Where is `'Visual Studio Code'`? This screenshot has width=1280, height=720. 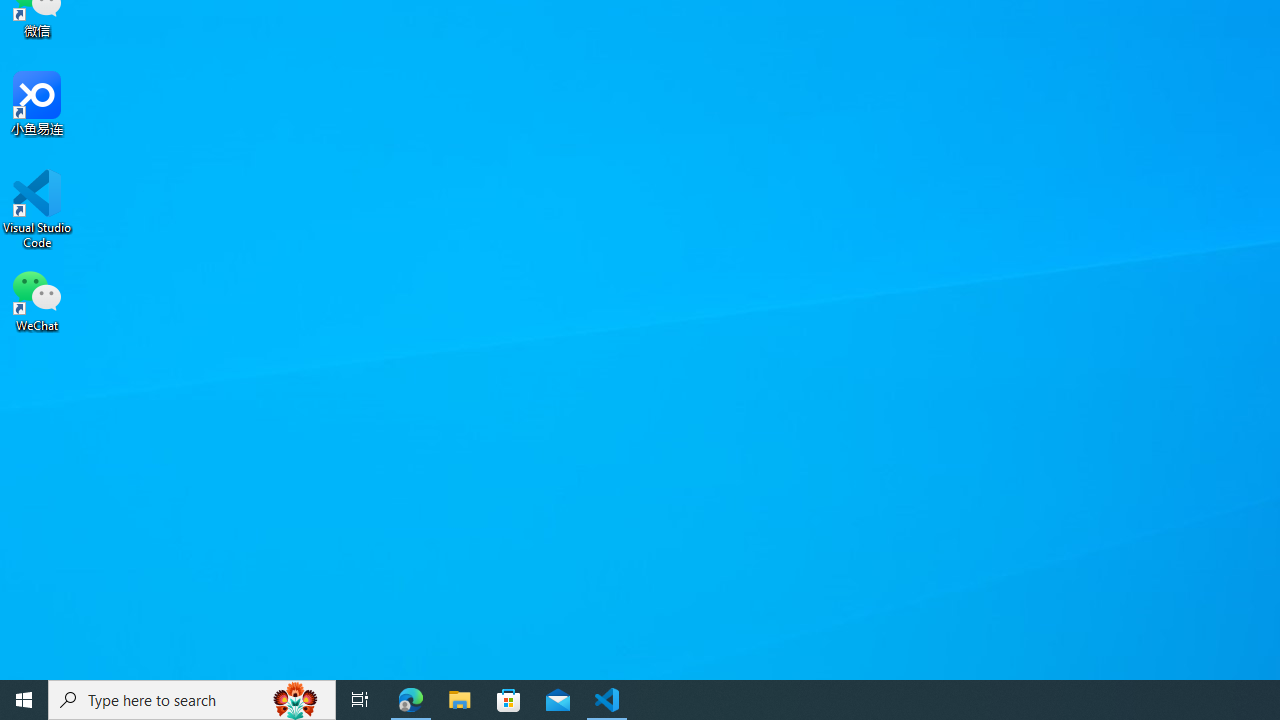 'Visual Studio Code' is located at coordinates (37, 209).